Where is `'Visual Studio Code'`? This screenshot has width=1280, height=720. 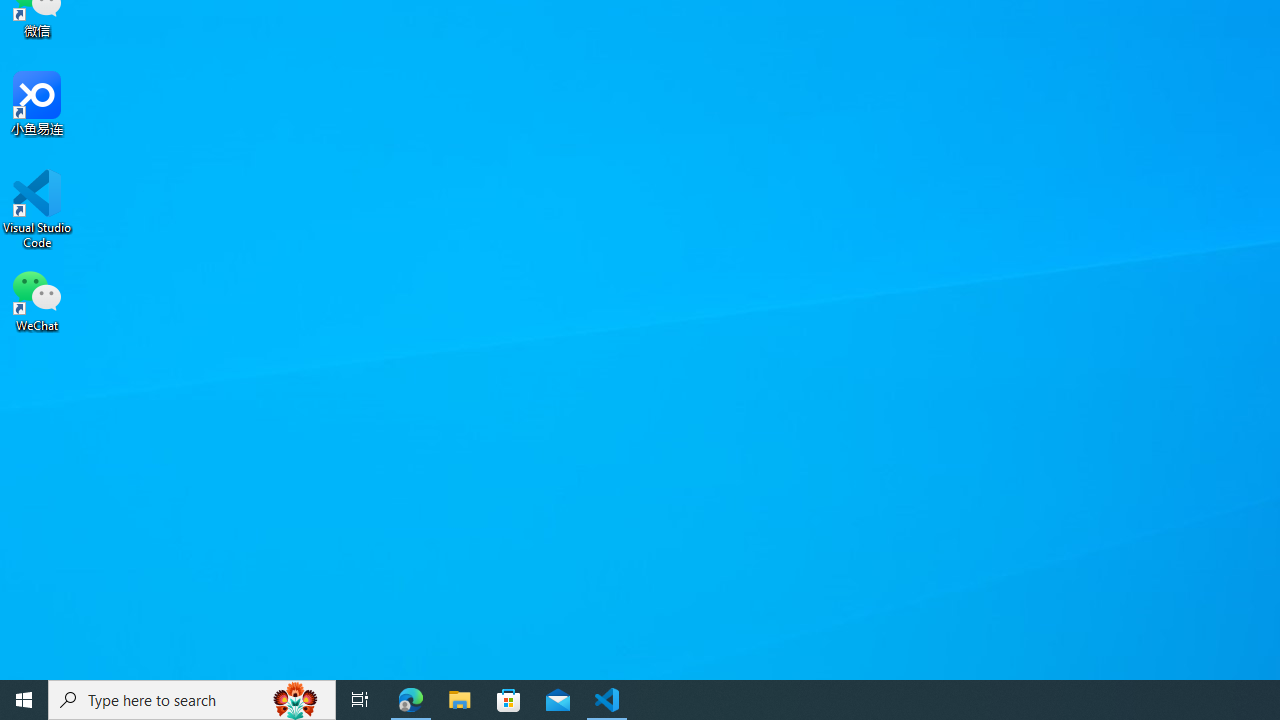 'Visual Studio Code' is located at coordinates (37, 209).